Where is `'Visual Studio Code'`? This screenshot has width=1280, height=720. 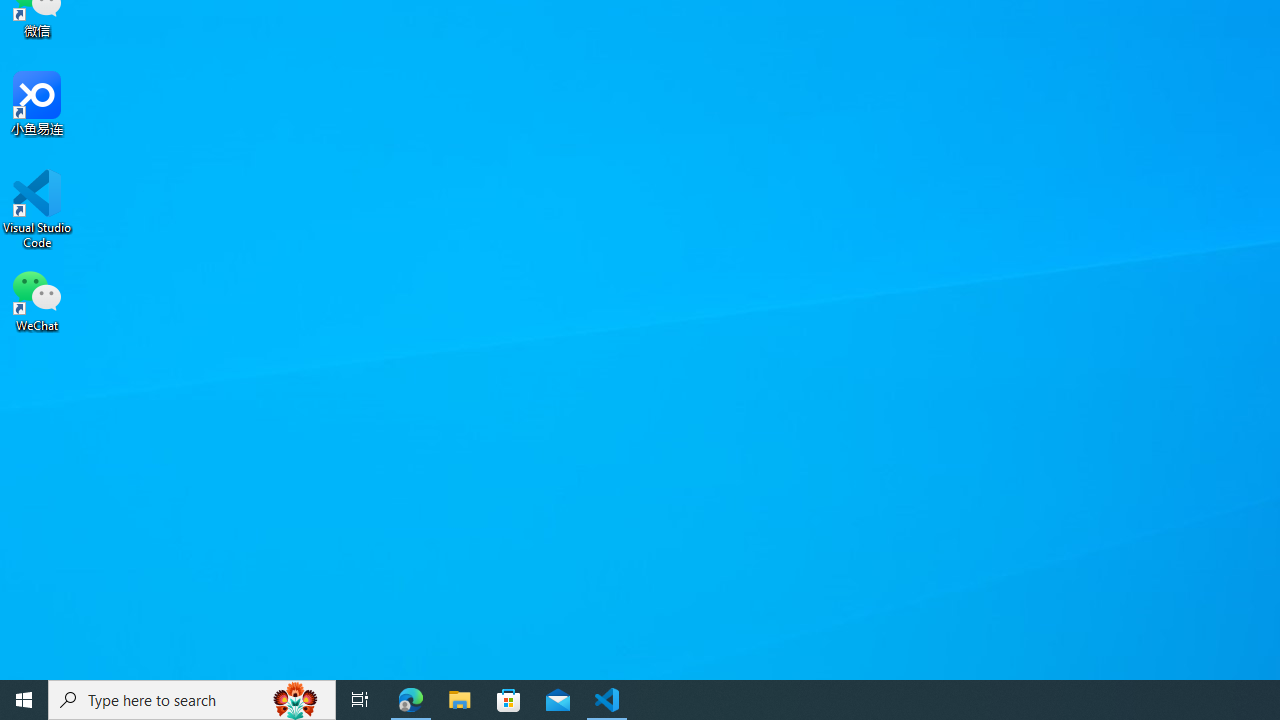 'Visual Studio Code' is located at coordinates (37, 209).